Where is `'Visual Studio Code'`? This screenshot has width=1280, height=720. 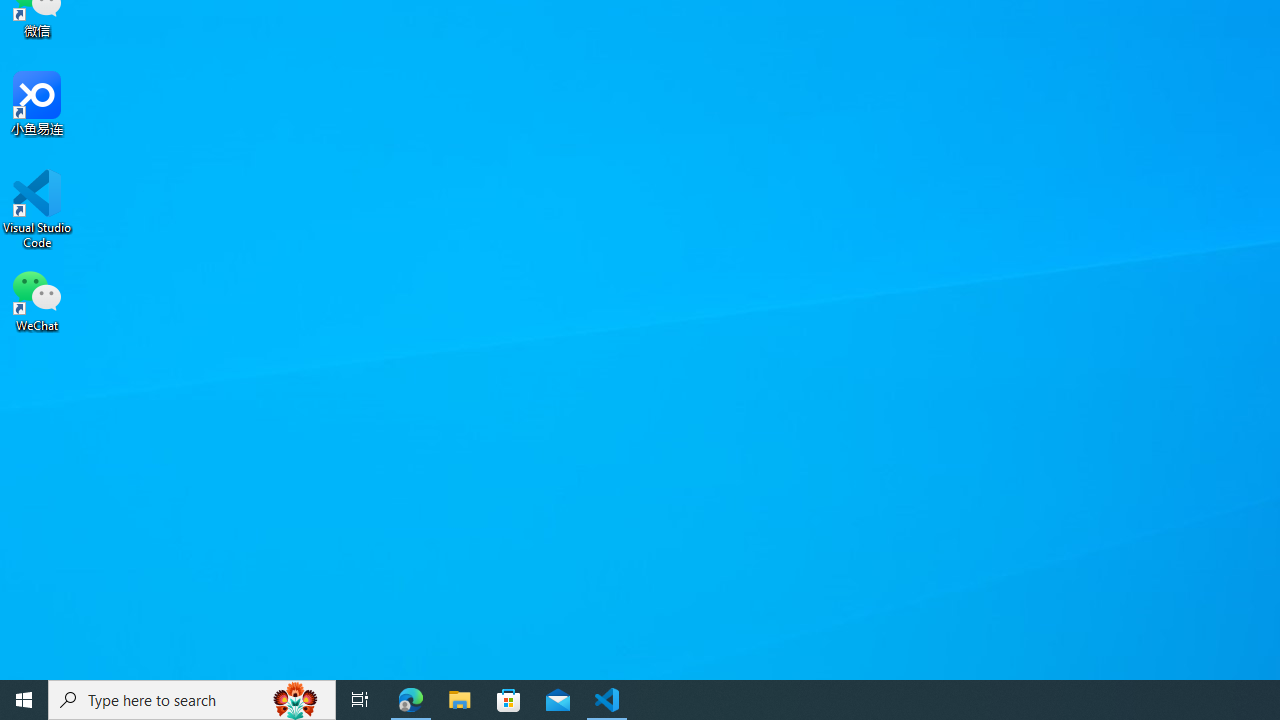 'Visual Studio Code' is located at coordinates (37, 209).